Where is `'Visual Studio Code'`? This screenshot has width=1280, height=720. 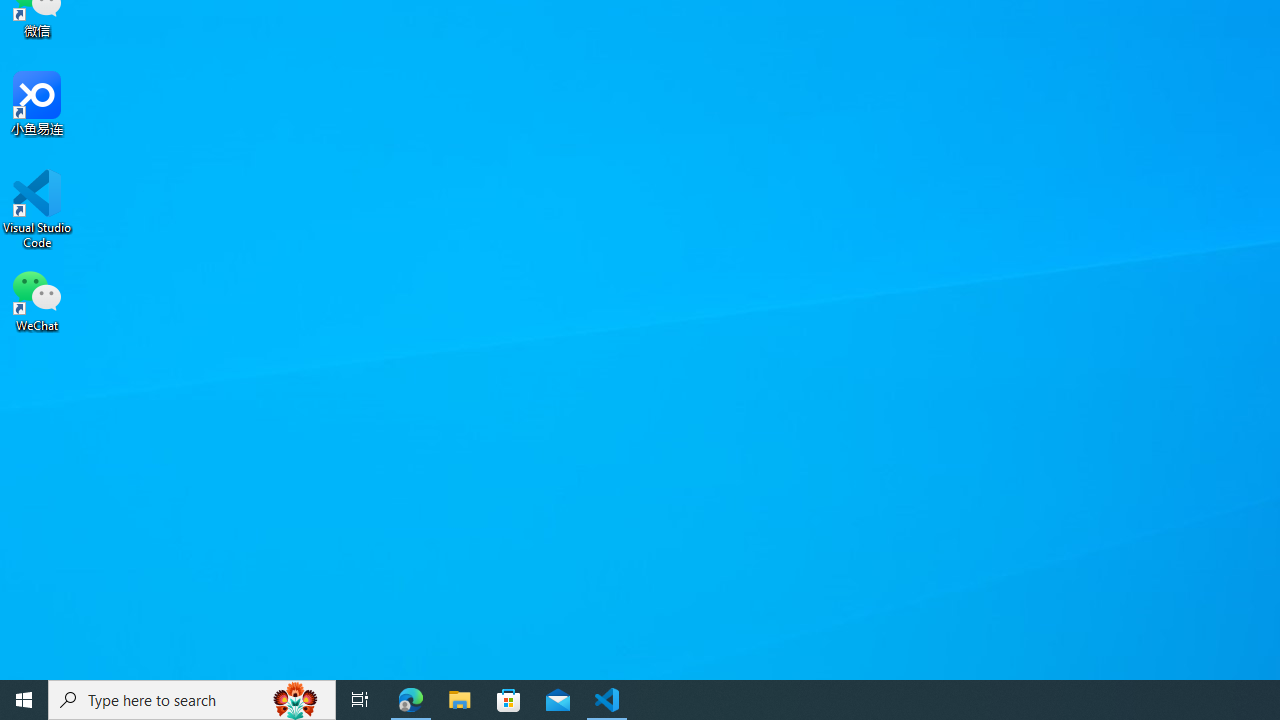 'Visual Studio Code' is located at coordinates (37, 209).